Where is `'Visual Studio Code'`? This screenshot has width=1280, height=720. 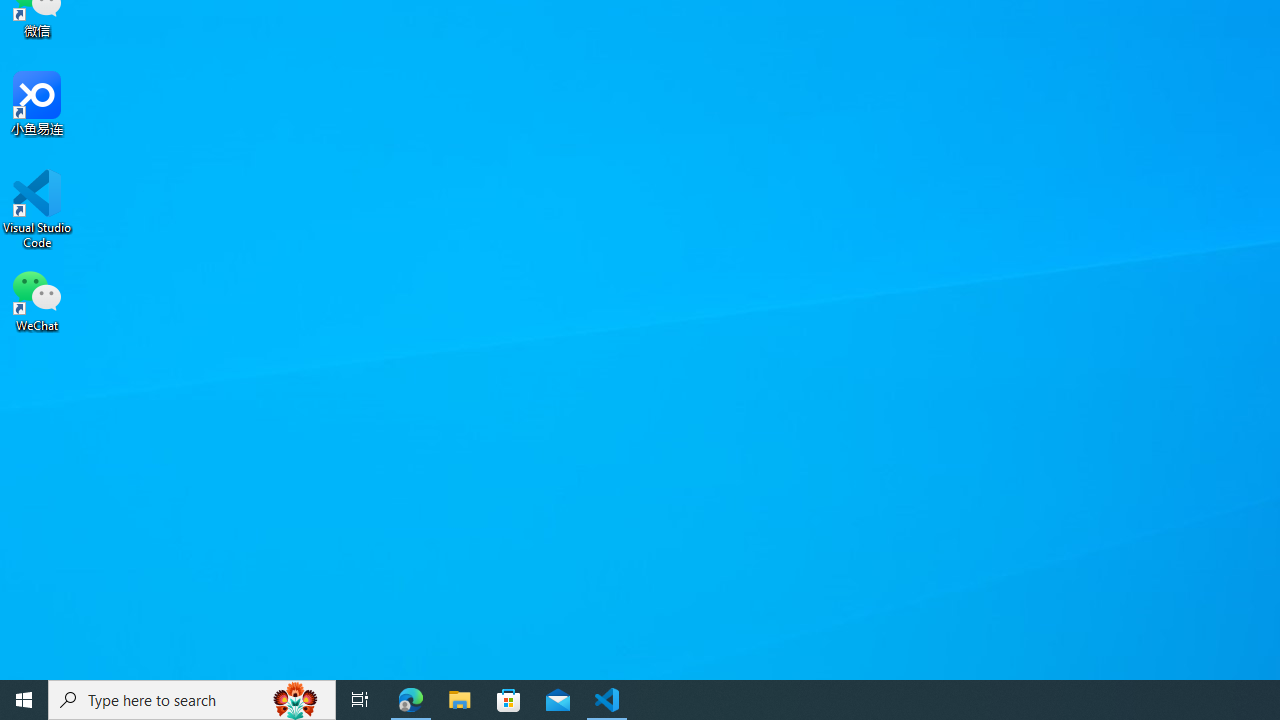 'Visual Studio Code' is located at coordinates (37, 209).